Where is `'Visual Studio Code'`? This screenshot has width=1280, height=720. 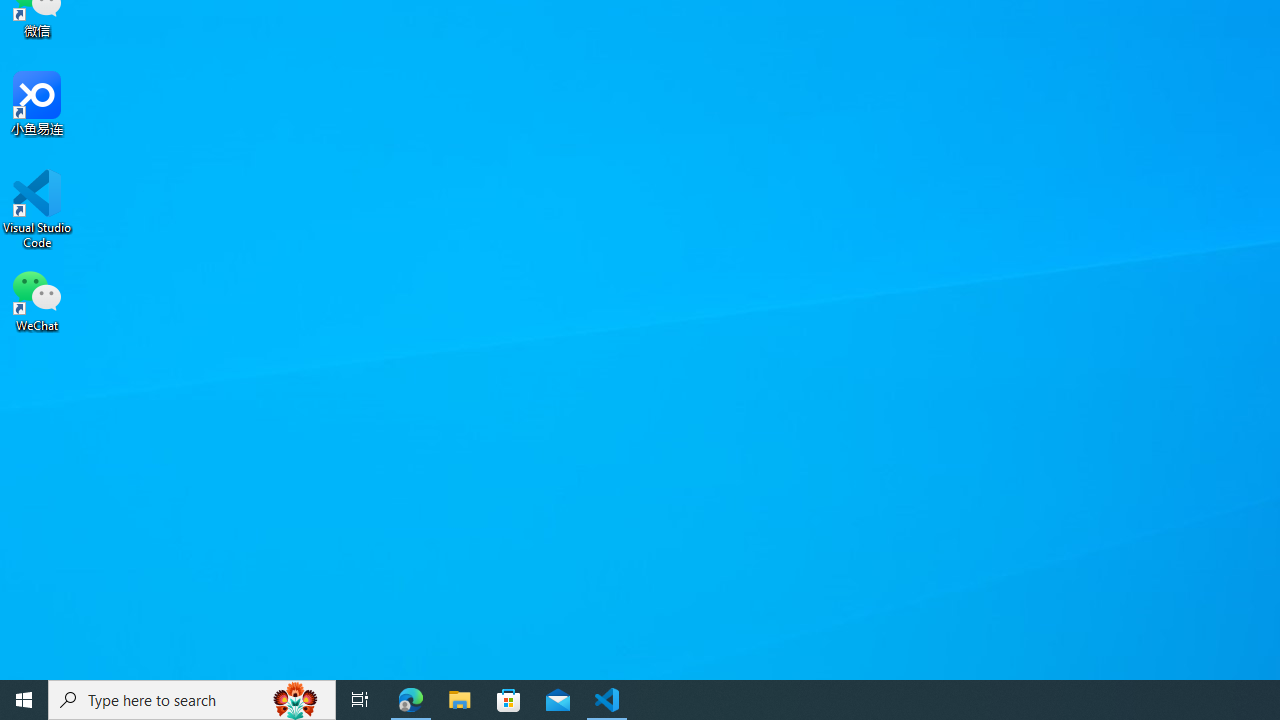 'Visual Studio Code' is located at coordinates (37, 209).